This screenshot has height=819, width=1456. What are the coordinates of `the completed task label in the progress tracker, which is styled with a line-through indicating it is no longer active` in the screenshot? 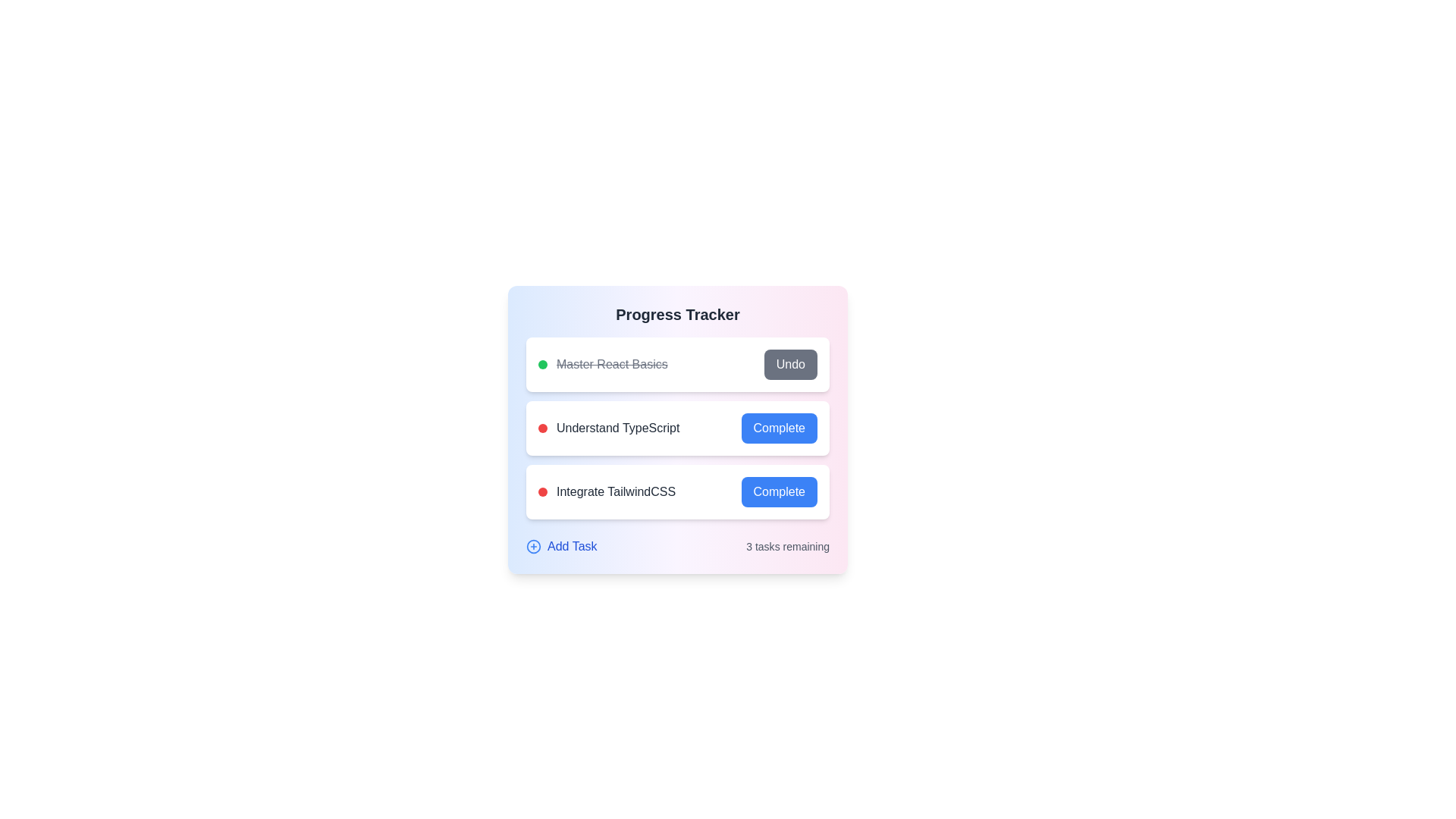 It's located at (612, 365).